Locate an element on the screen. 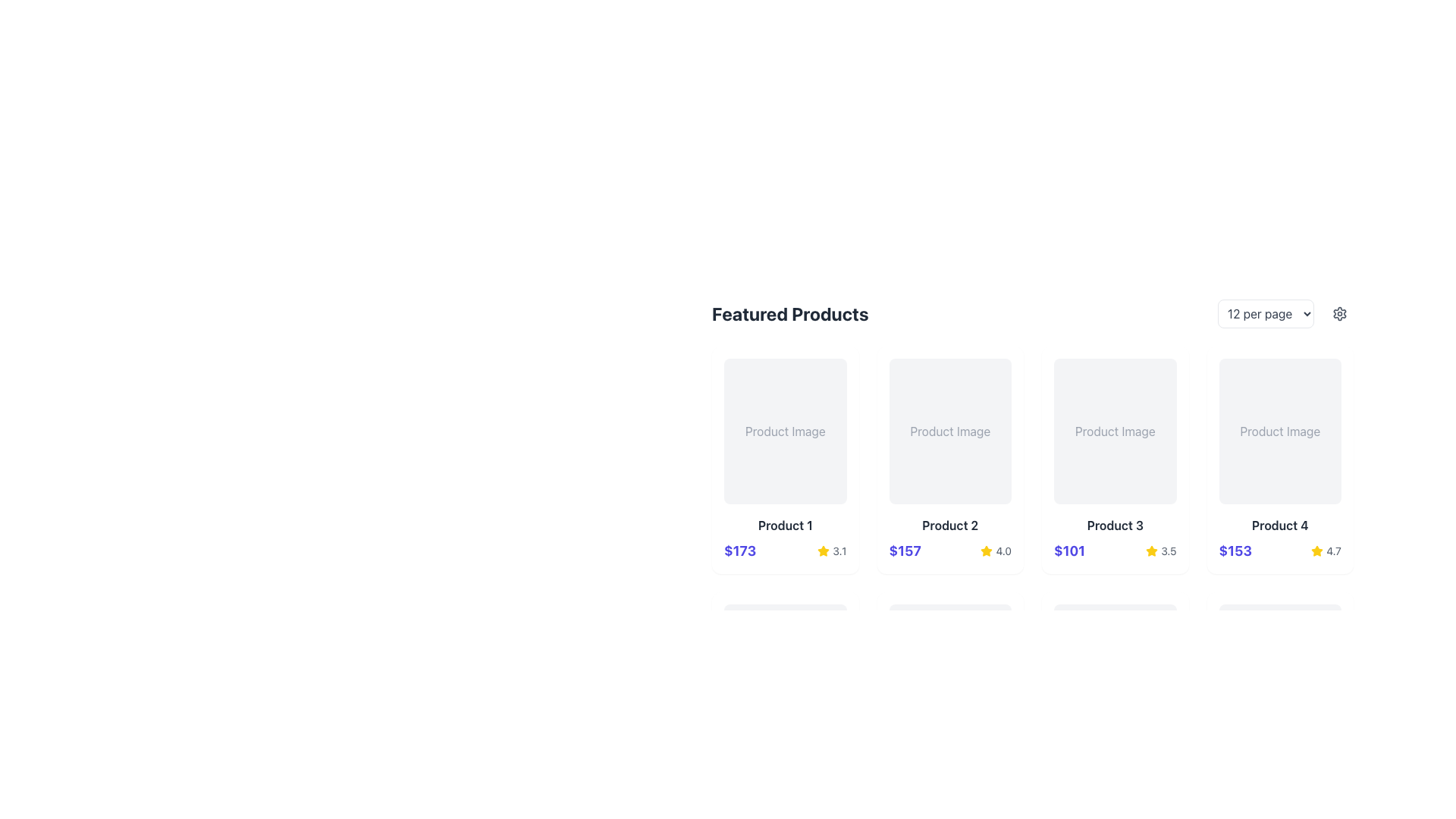 The width and height of the screenshot is (1456, 819). text label identifying the product located below the image in the second card of the 'Featured Products' section is located at coordinates (949, 525).